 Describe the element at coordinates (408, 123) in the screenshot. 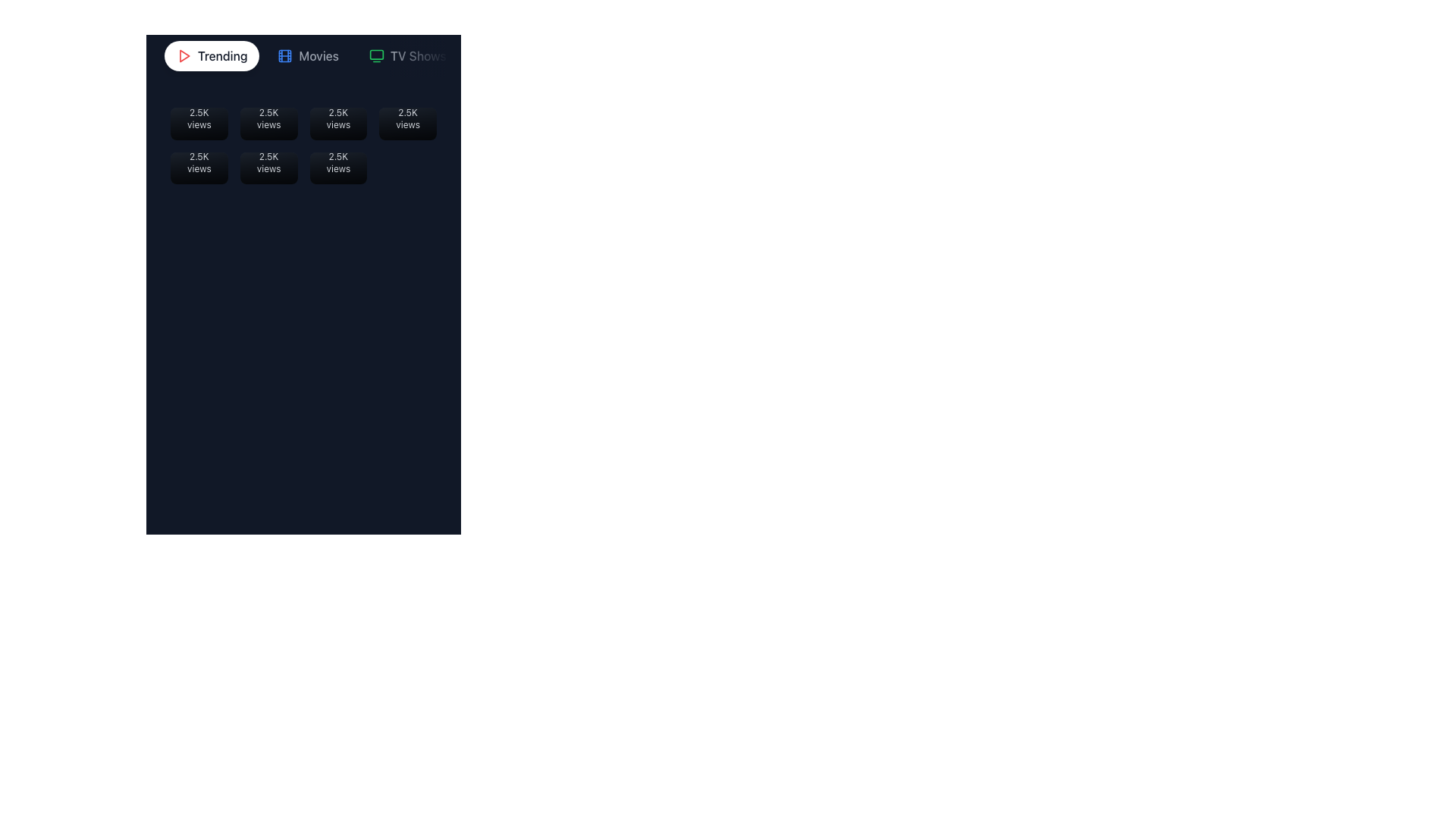

I see `views information displayed in the text label showing '2.5K views', located near the bottom of the fourth card in a centrally positioned grid layout` at that location.